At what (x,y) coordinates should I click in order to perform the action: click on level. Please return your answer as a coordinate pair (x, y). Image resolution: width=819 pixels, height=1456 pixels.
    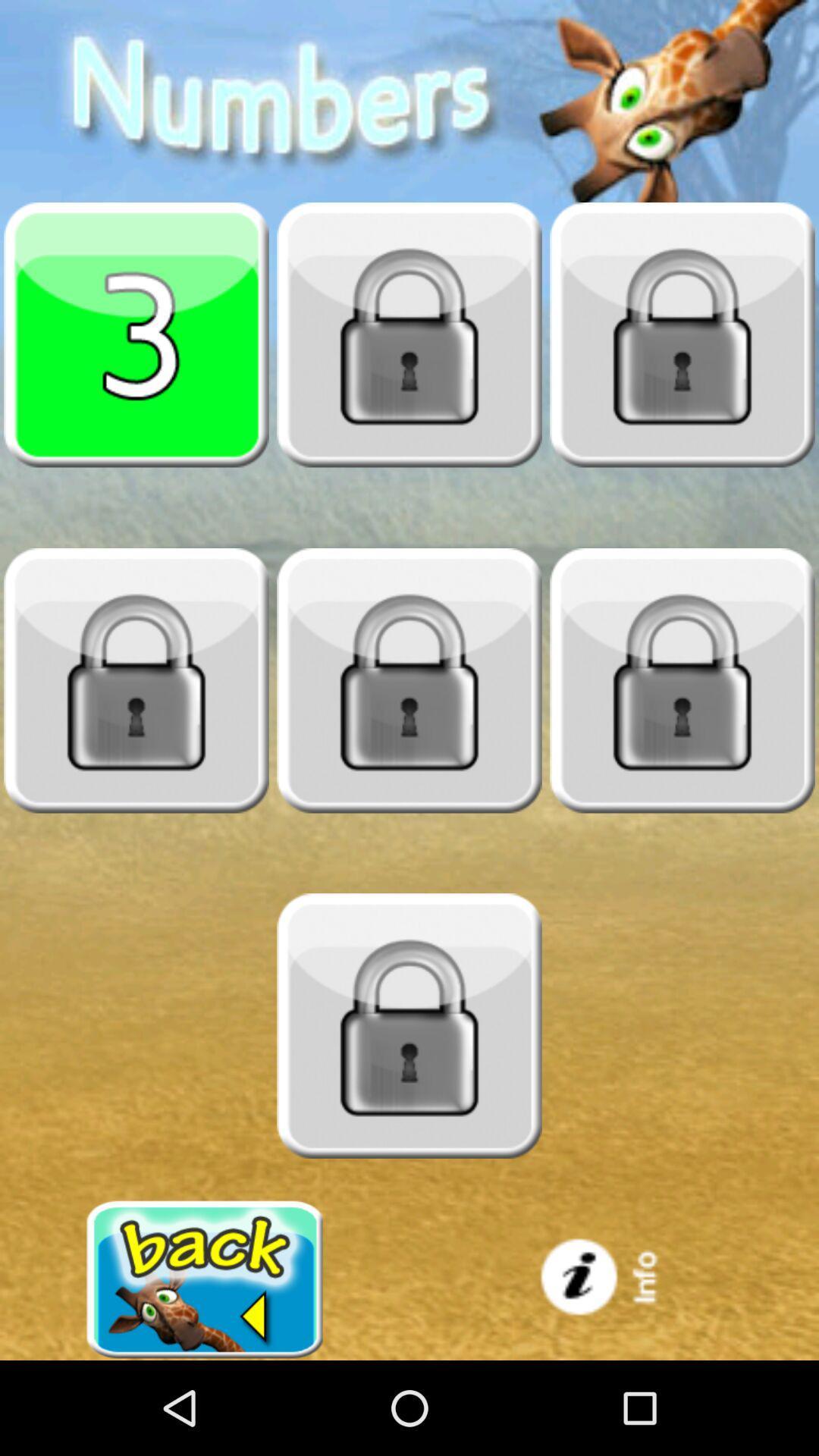
    Looking at the image, I should click on (136, 679).